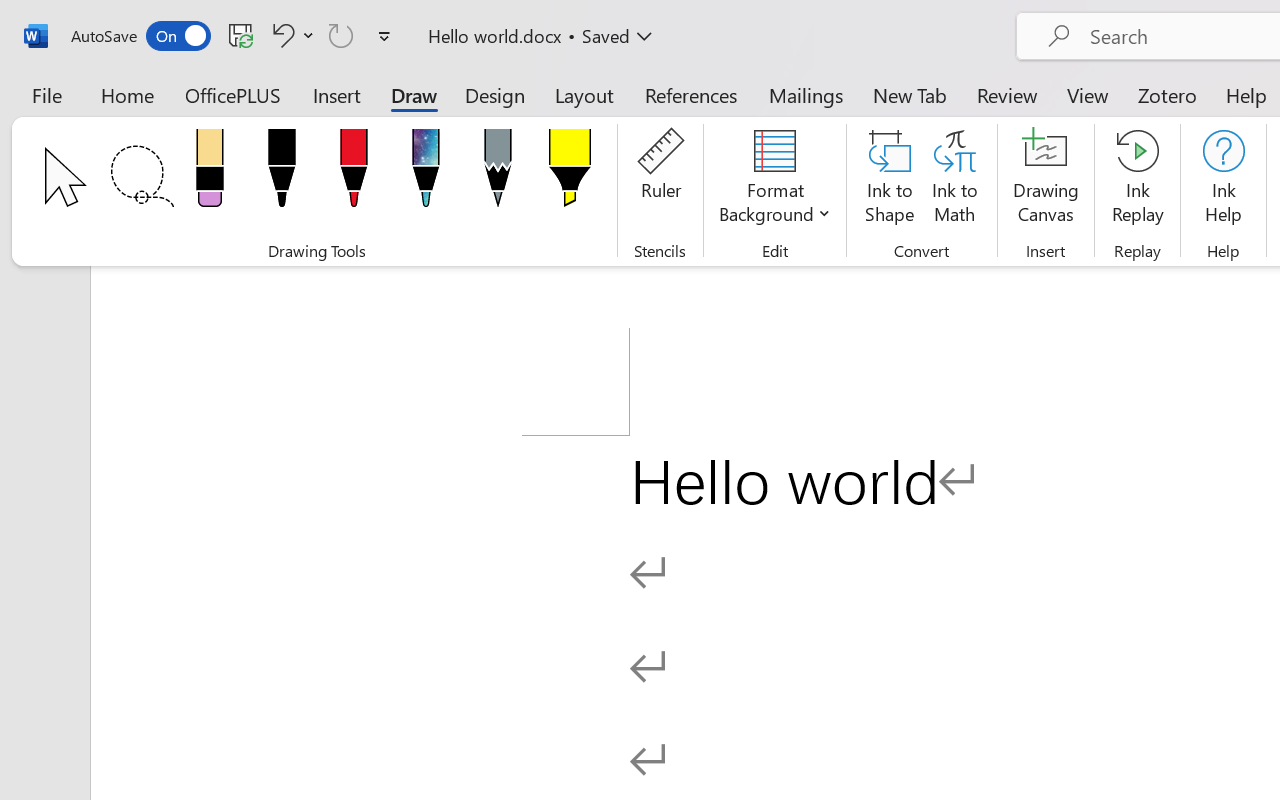 This screenshot has width=1280, height=800. I want to click on 'Ink to Shape', so click(889, 179).